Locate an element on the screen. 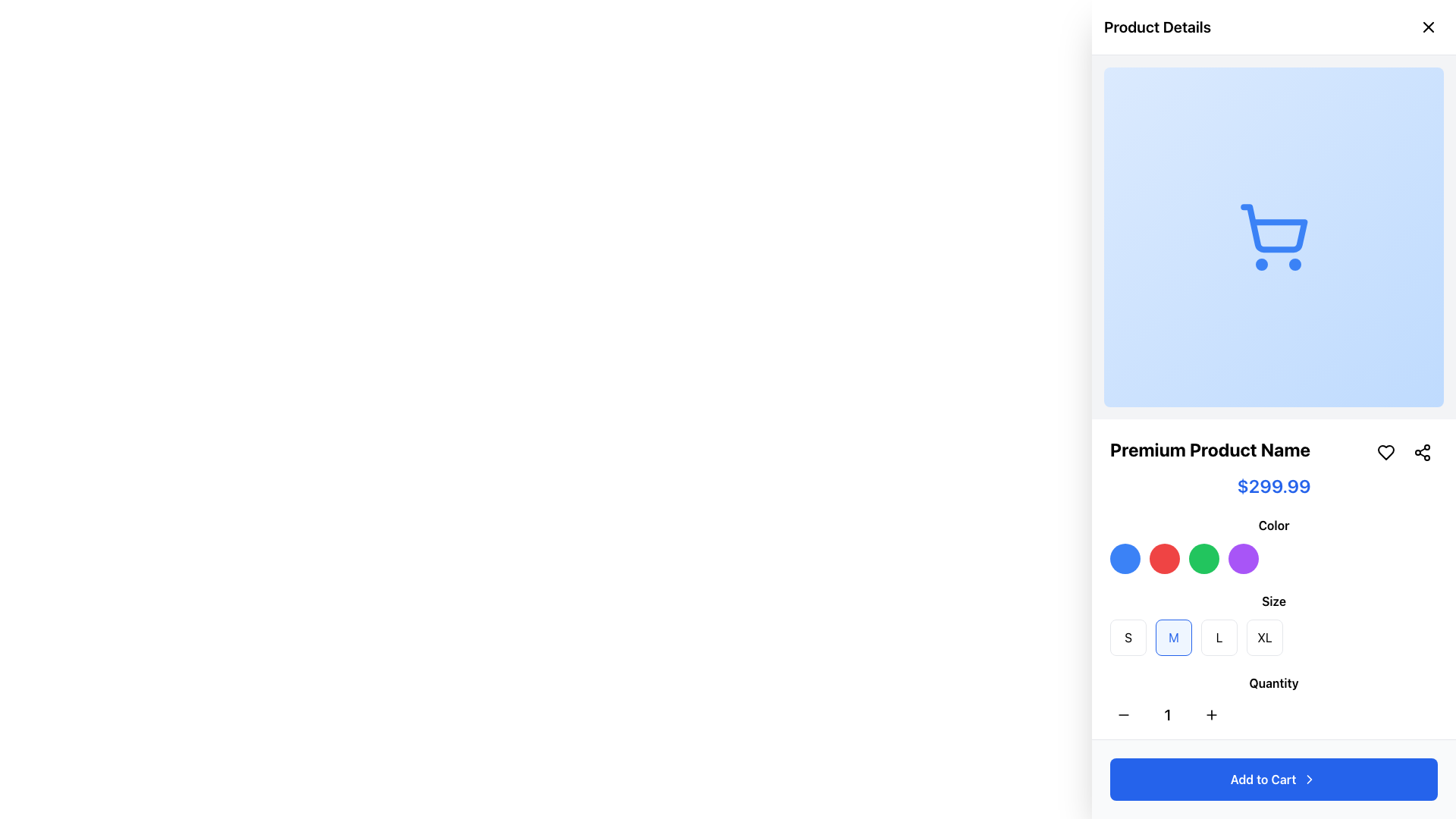 The width and height of the screenshot is (1456, 819). the share button located on the right side of the 'Premium Product Name' card, which is the second button in a horizontal grouping following the 'heart' icon is located at coordinates (1422, 452).